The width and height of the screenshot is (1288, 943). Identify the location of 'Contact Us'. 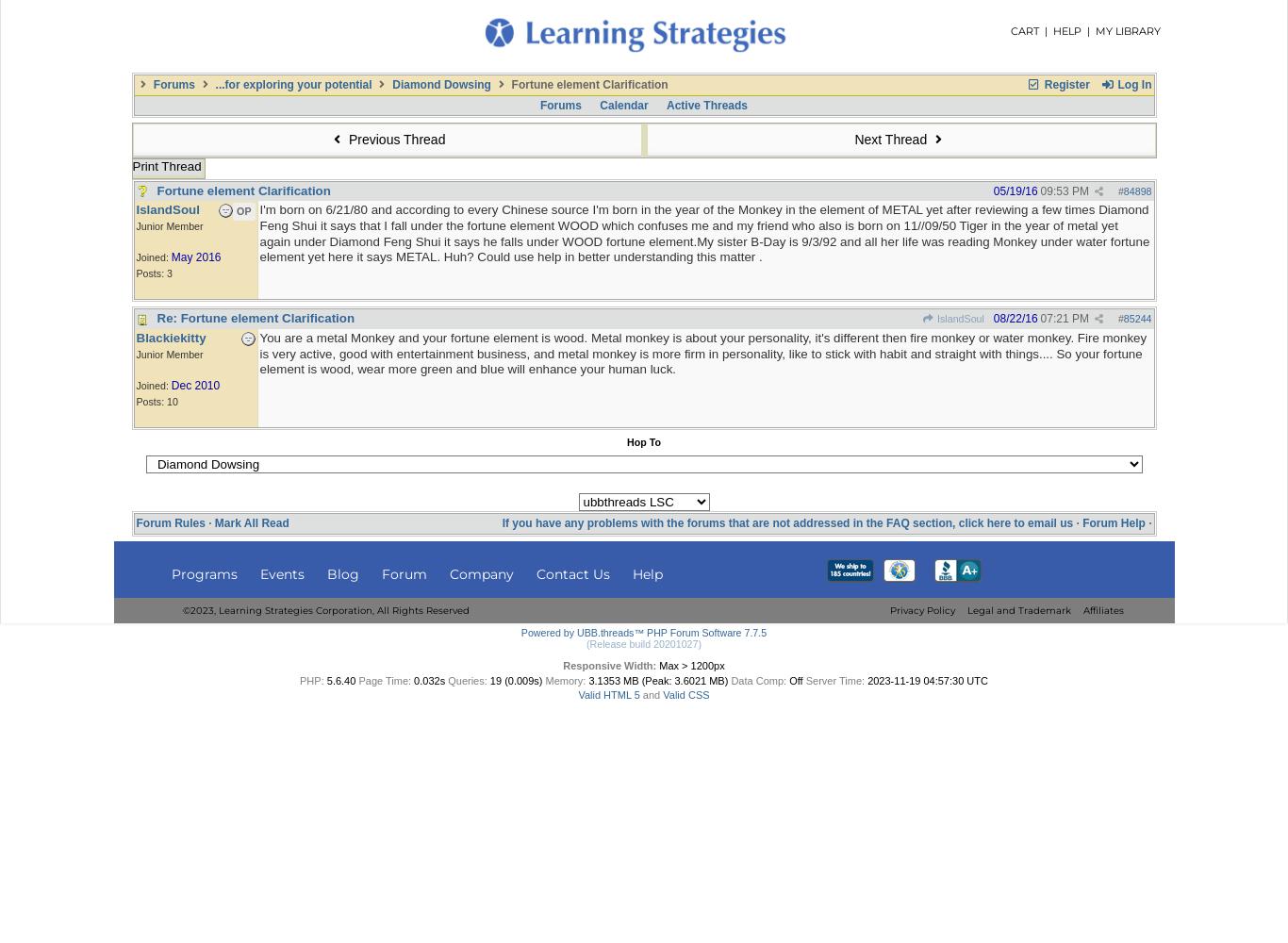
(535, 572).